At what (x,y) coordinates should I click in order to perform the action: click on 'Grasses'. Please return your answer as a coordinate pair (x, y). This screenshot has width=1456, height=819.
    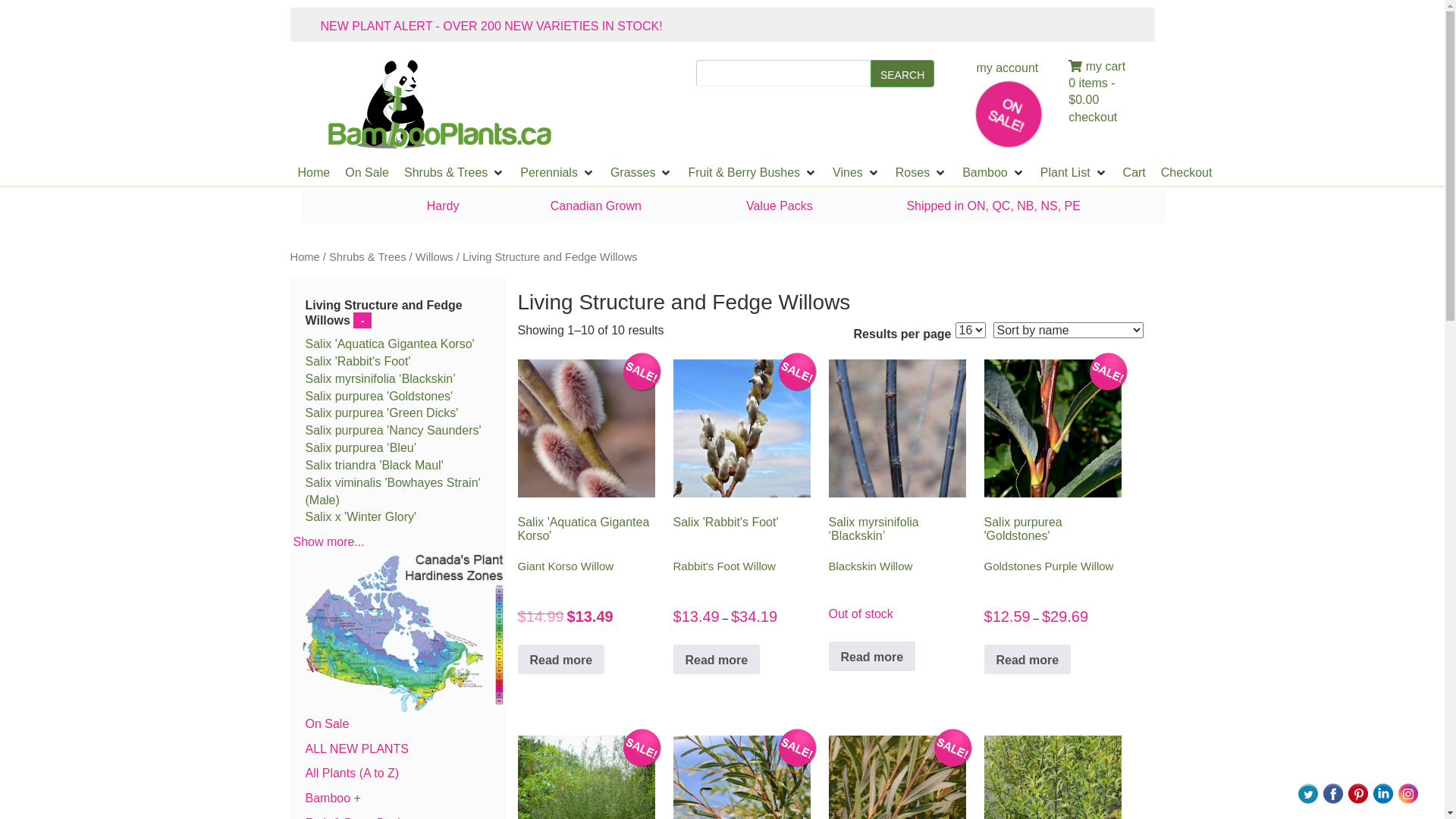
    Looking at the image, I should click on (633, 172).